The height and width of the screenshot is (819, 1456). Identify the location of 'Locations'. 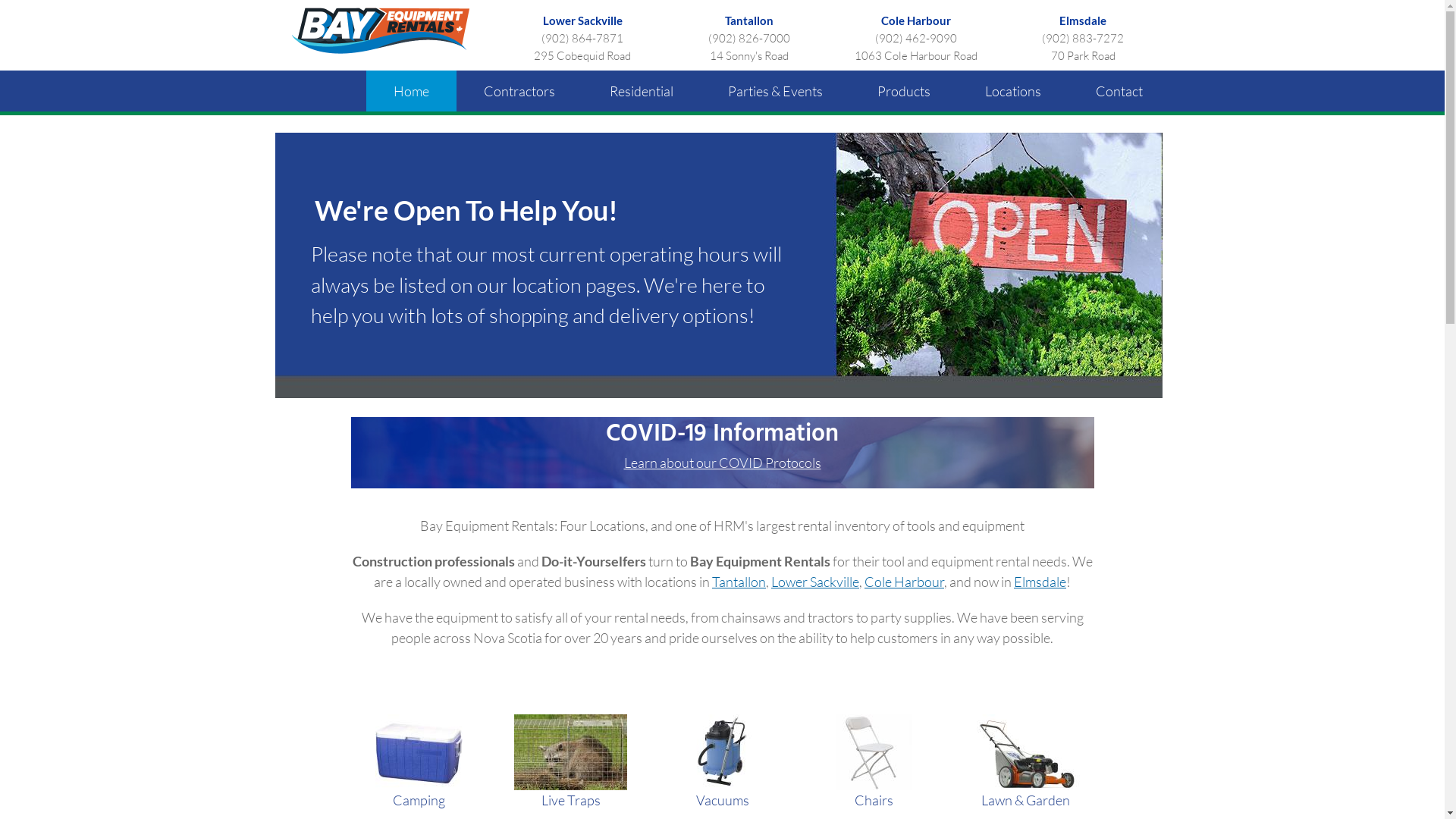
(1012, 90).